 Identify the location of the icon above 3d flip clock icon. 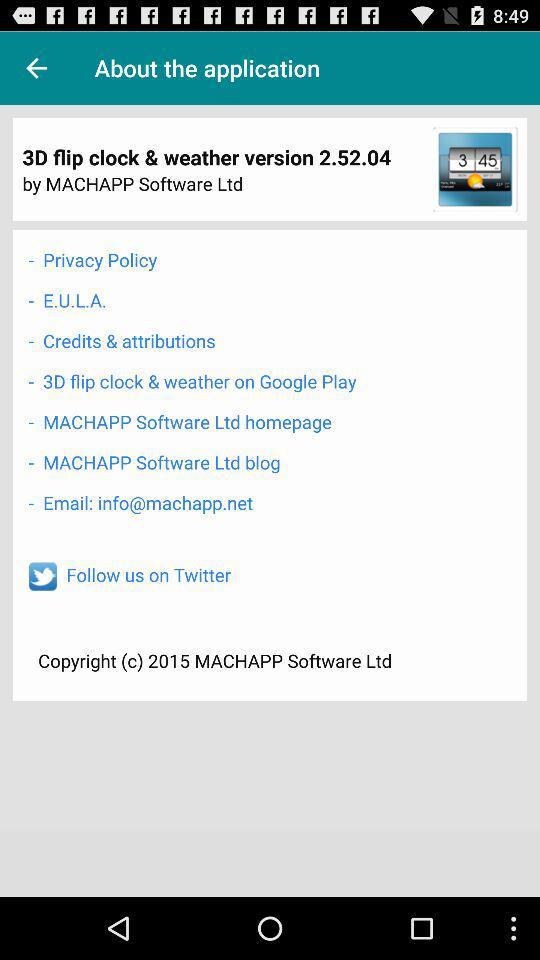
(122, 340).